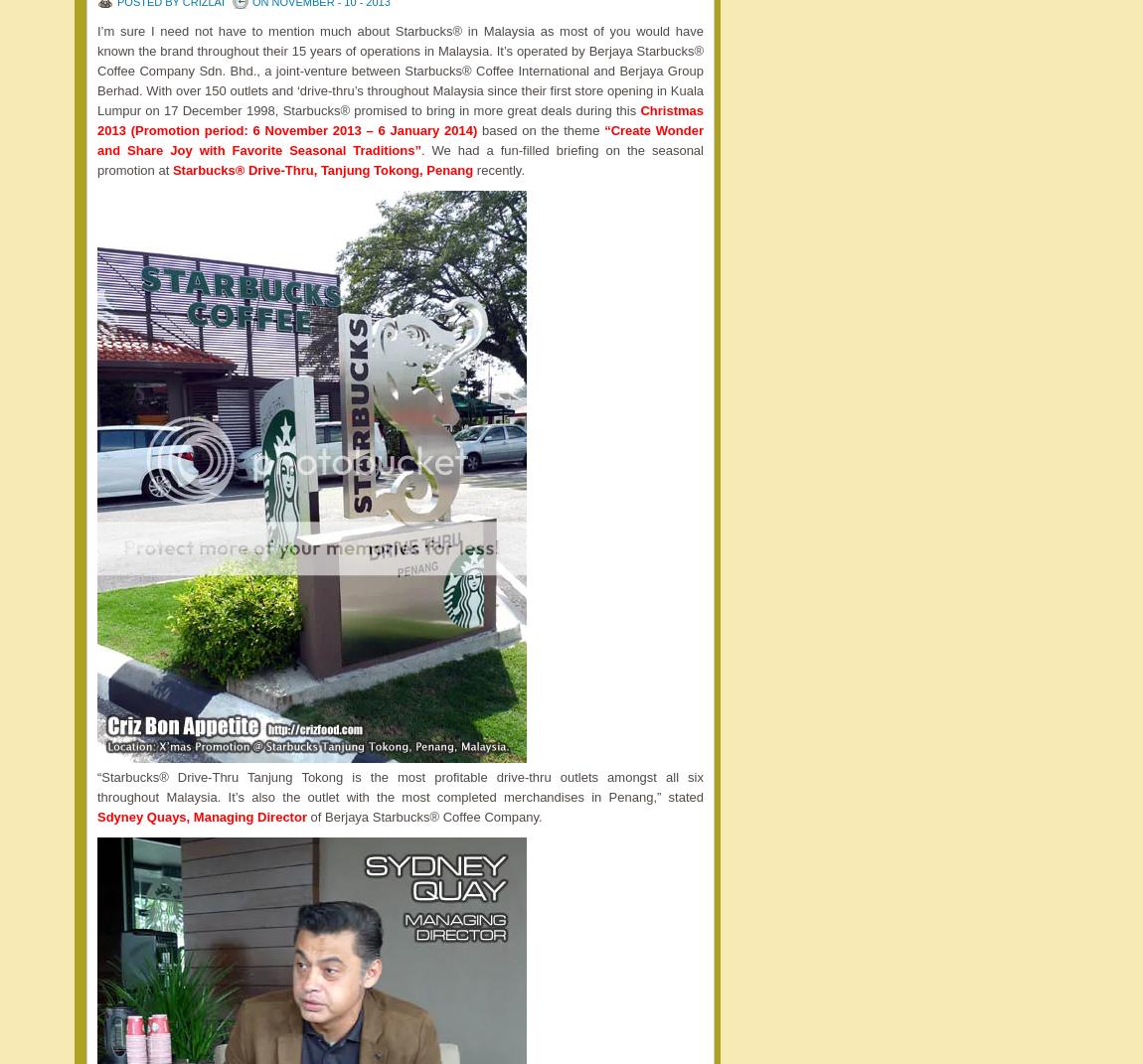 Image resolution: width=1143 pixels, height=1064 pixels. Describe the element at coordinates (400, 140) in the screenshot. I see `'“Create Wonder and Share Joy with Favorite Seasonal Traditions”'` at that location.